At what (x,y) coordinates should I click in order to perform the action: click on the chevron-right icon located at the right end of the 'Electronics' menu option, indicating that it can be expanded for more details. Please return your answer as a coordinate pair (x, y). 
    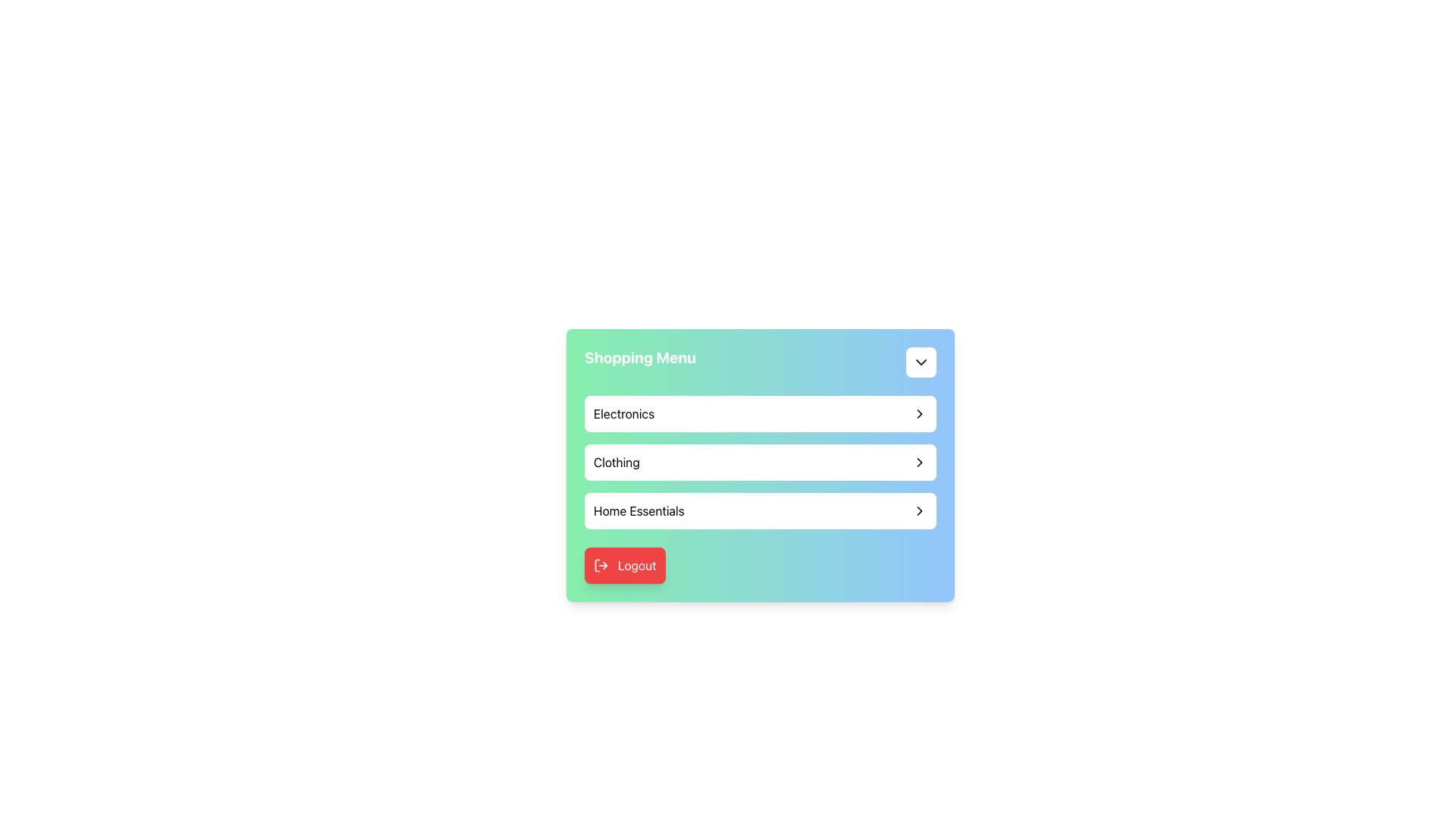
    Looking at the image, I should click on (919, 414).